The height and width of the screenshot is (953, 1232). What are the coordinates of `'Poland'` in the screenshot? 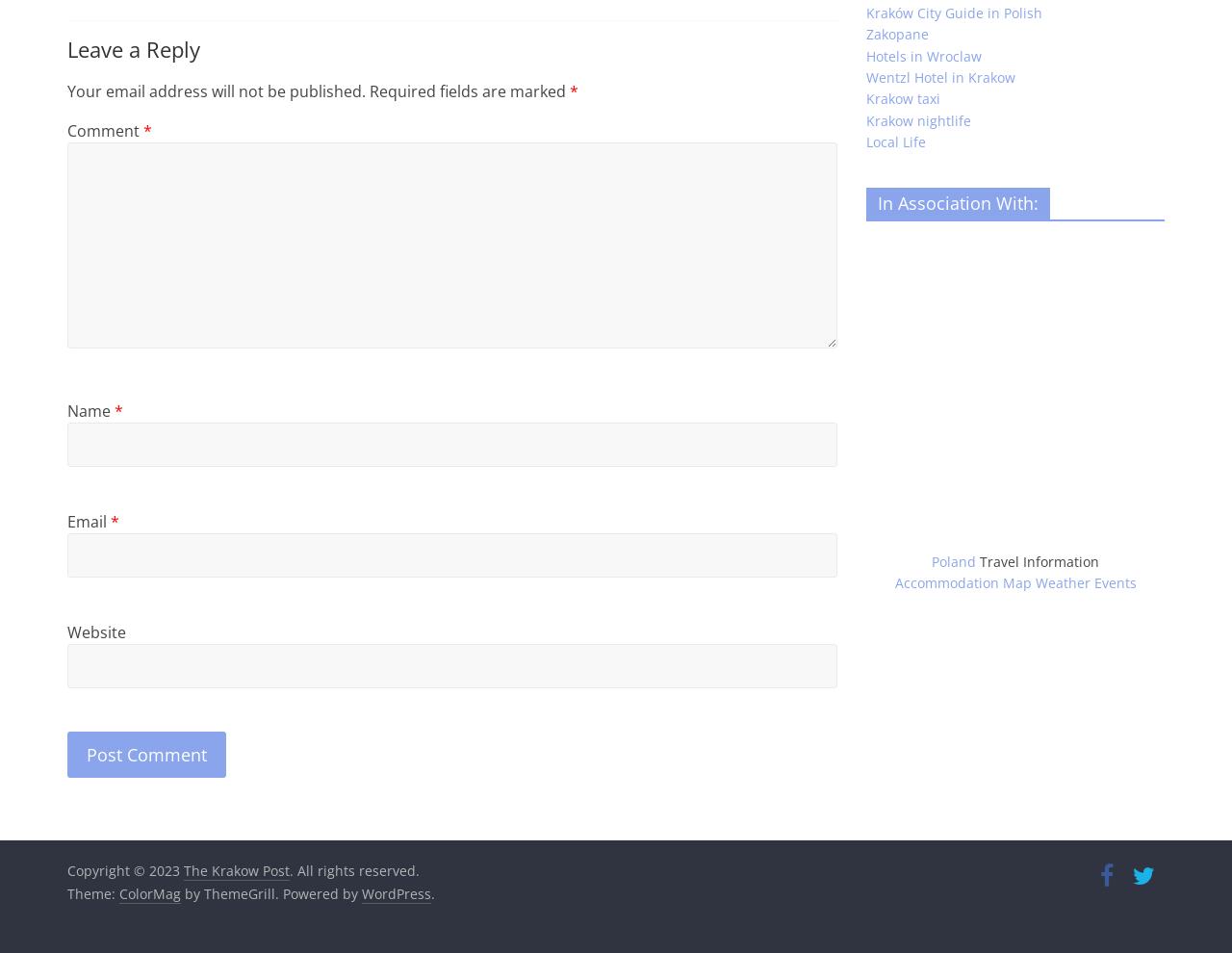 It's located at (931, 561).